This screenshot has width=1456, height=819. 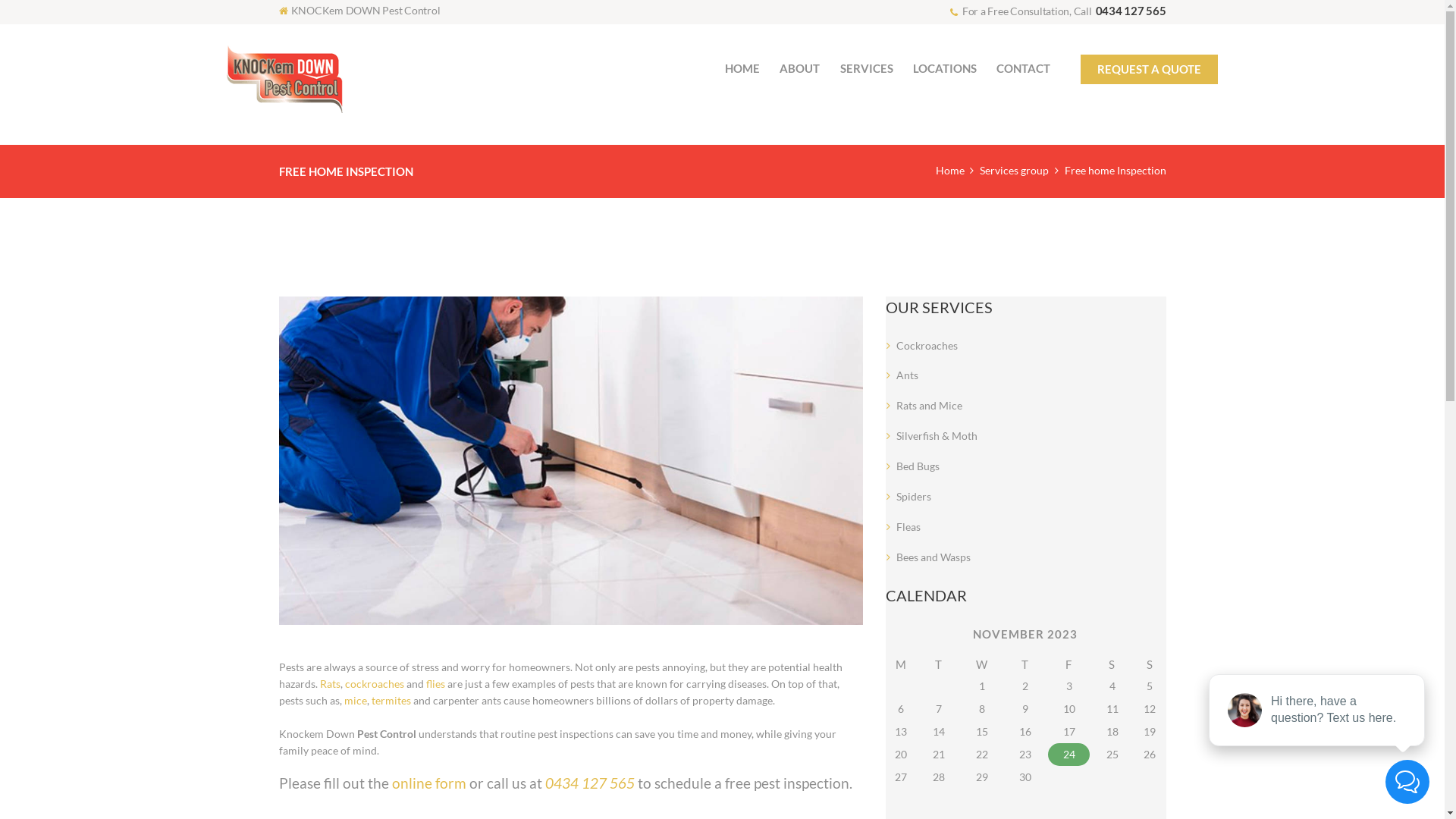 I want to click on 'ABOUT', so click(x=799, y=68).